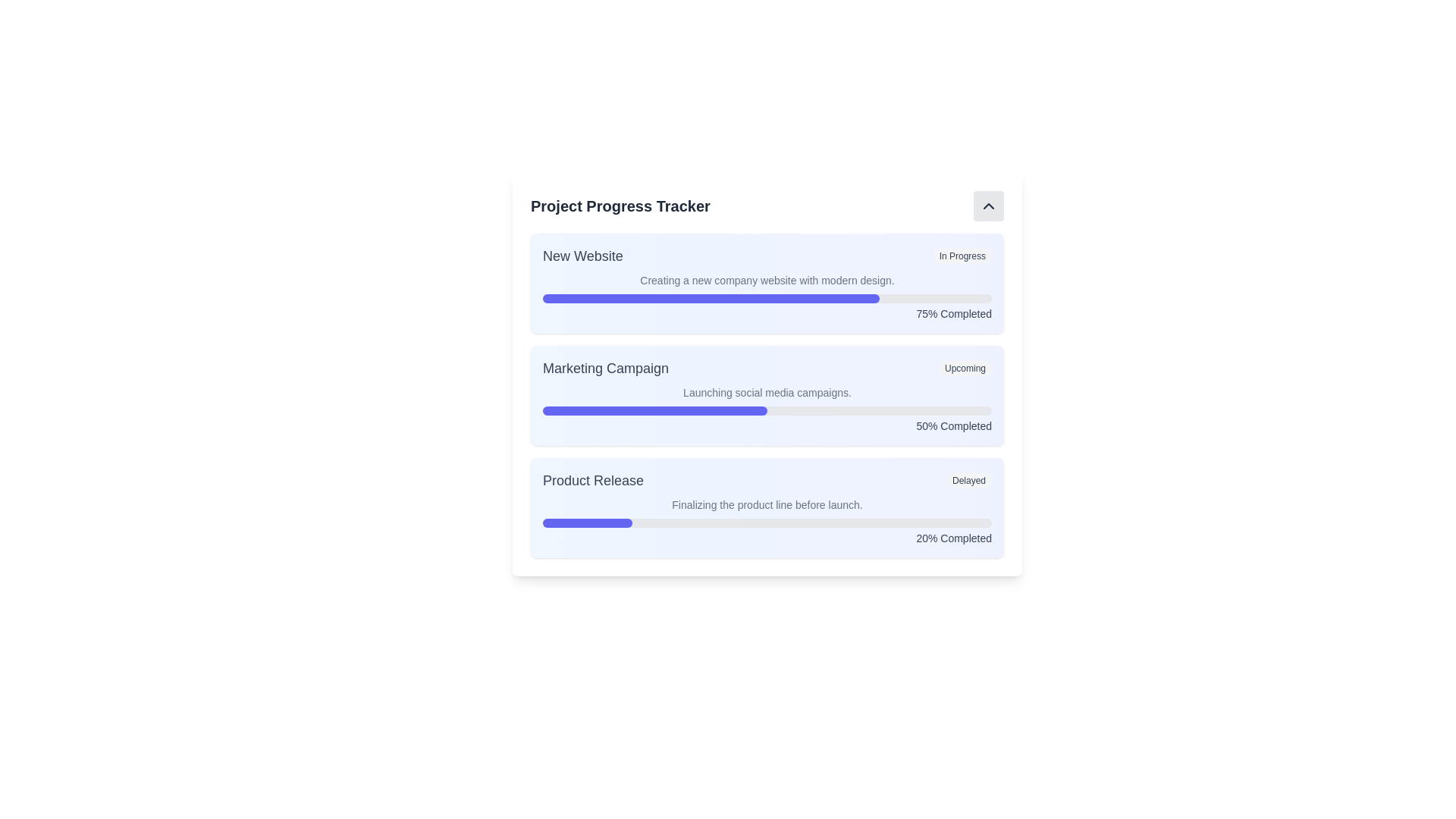  Describe the element at coordinates (587, 522) in the screenshot. I see `the progress bar segment that visually represents 20% progress of the 'Product Release' task, located within the third section of the vertical list of progress indicators` at that location.